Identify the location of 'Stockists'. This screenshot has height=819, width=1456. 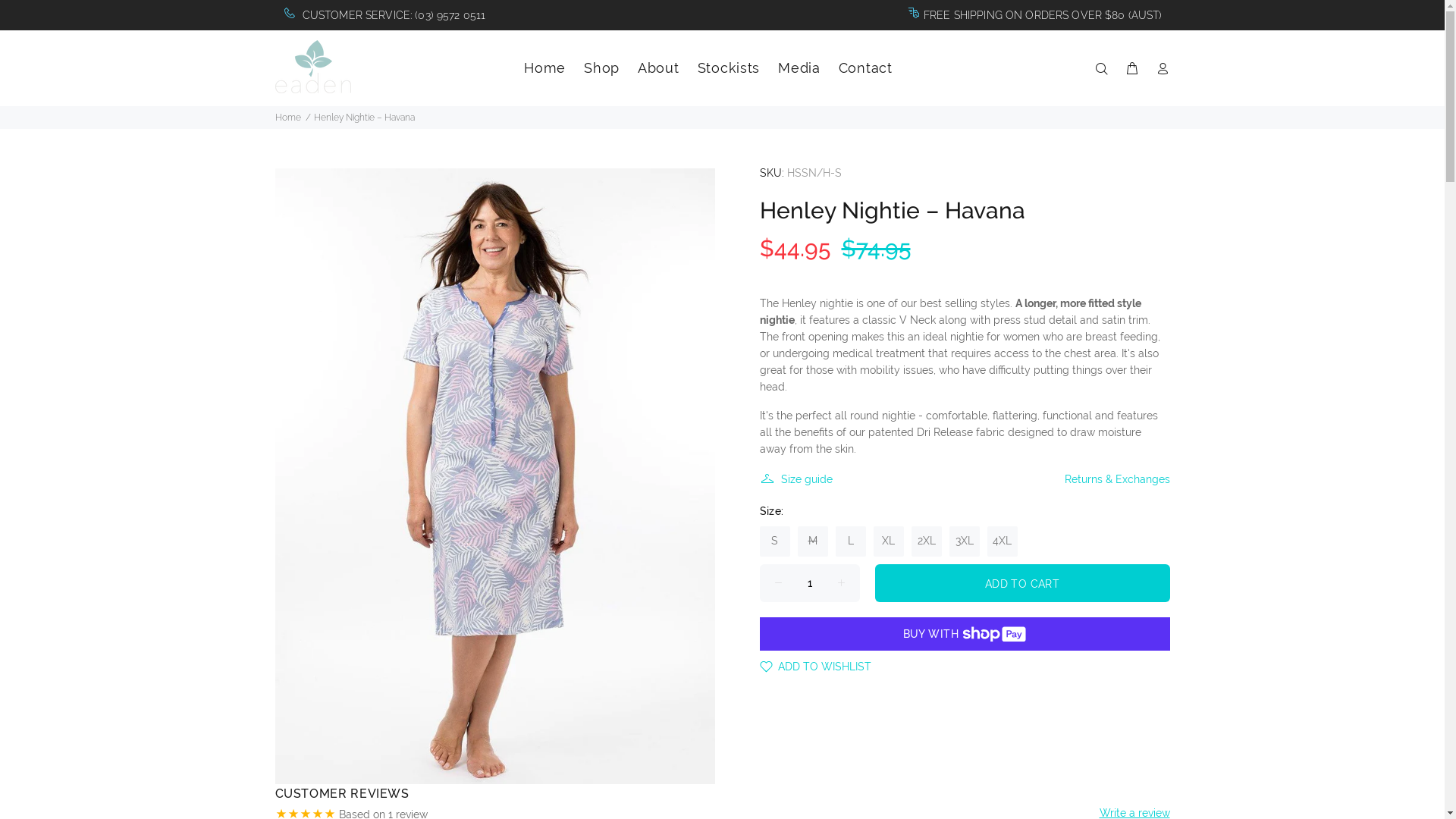
(701, 67).